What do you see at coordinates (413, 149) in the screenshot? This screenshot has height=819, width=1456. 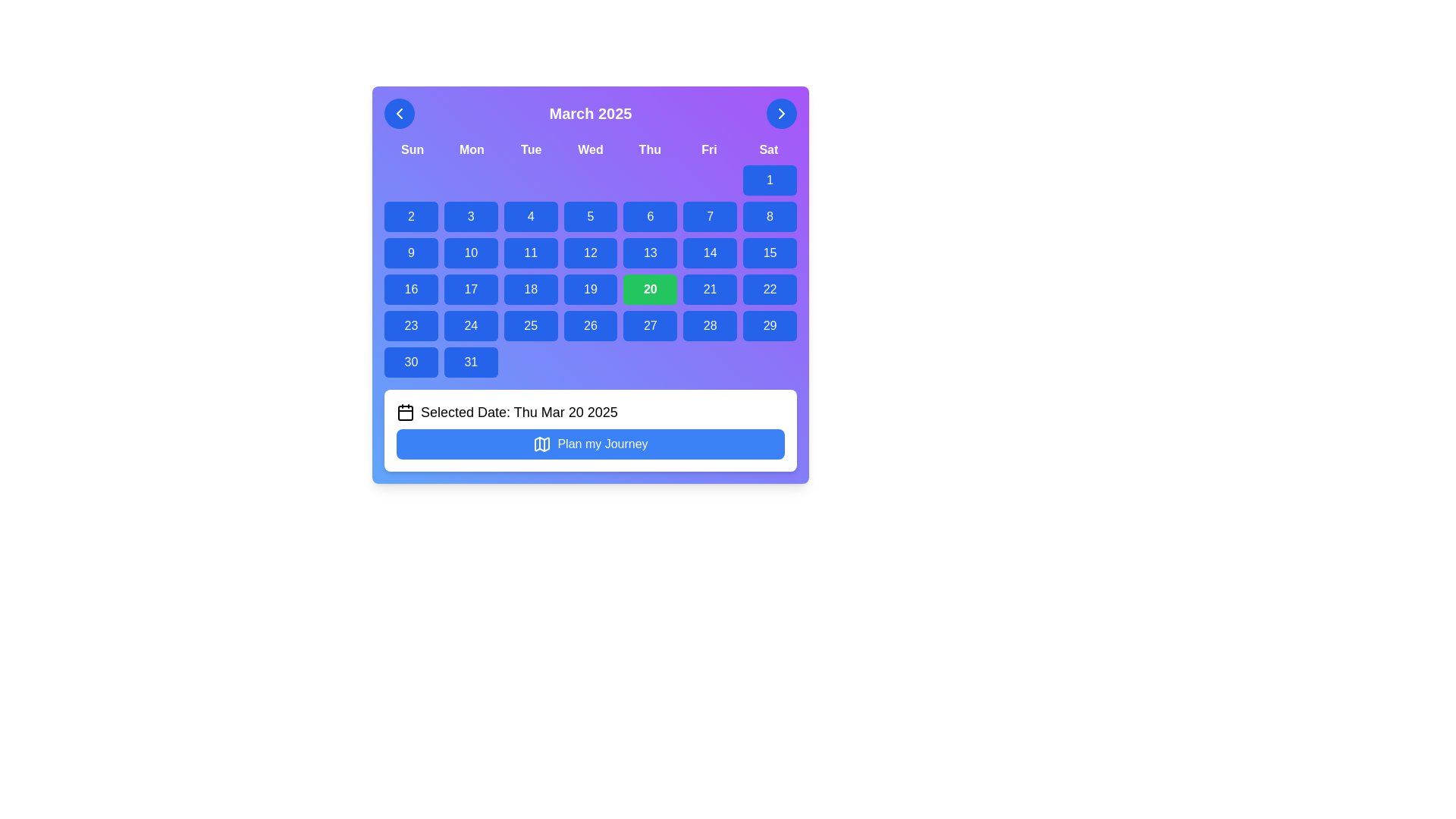 I see `the static text label indicating 'Sunday', which is the first element in the series of seven days of the week aligned horizontally in the calendar header` at bounding box center [413, 149].